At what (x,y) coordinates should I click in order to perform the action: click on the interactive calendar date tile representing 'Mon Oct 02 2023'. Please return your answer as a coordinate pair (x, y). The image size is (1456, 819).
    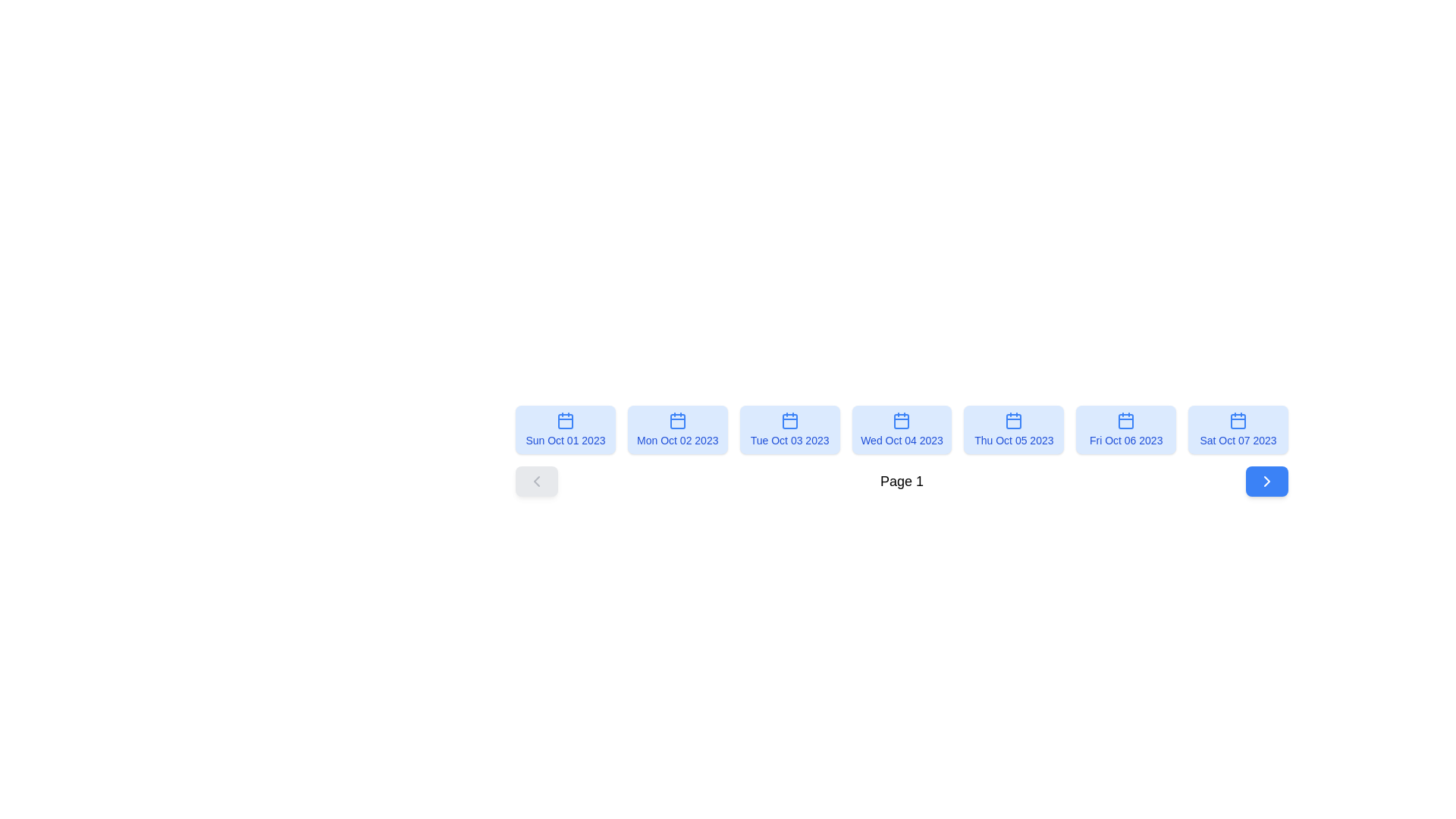
    Looking at the image, I should click on (676, 430).